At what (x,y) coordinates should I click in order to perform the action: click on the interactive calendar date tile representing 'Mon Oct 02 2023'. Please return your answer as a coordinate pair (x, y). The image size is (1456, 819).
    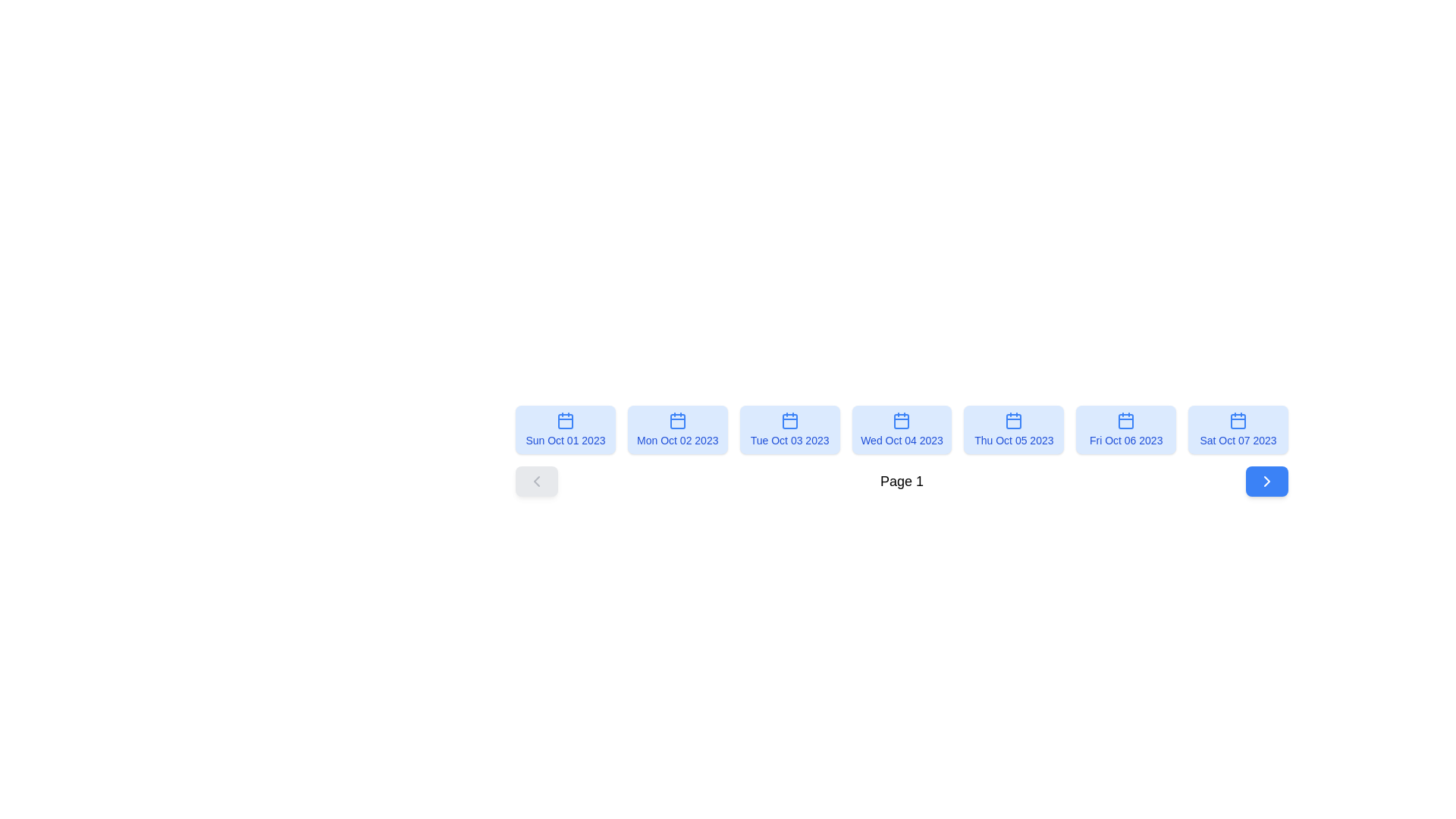
    Looking at the image, I should click on (676, 430).